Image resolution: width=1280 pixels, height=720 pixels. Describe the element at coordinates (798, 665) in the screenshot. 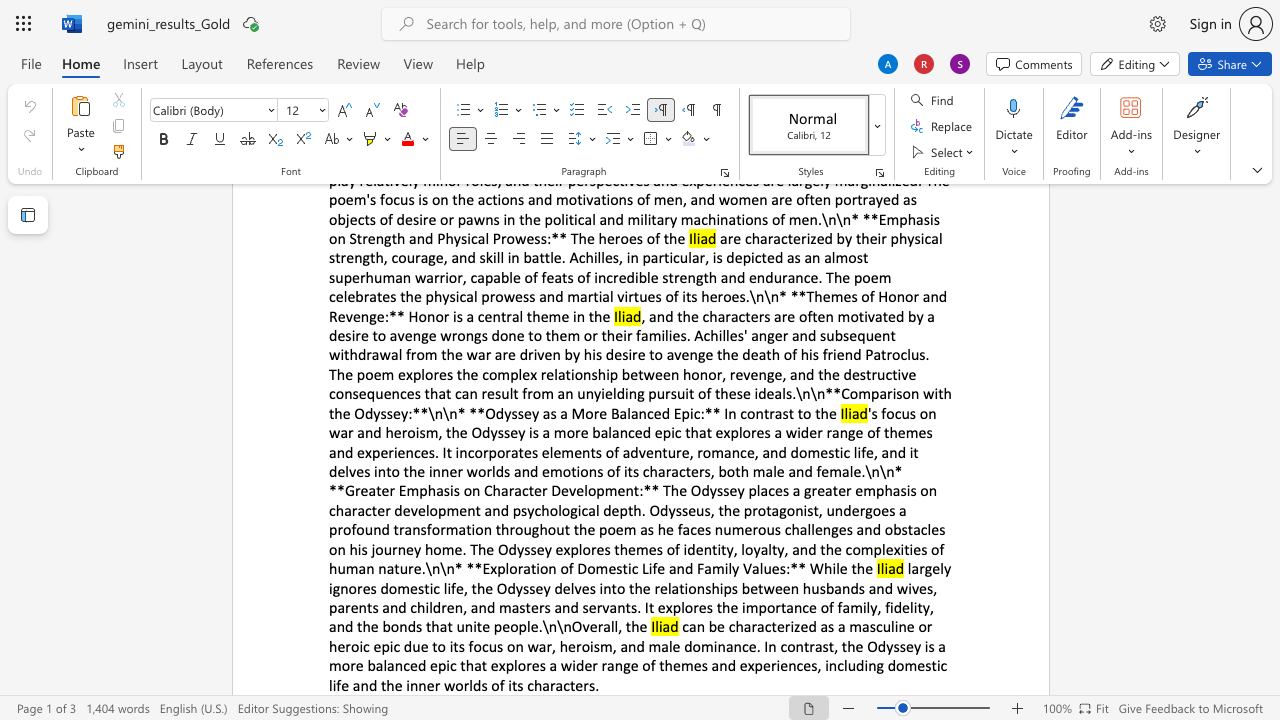

I see `the 12th character "c" in the text` at that location.